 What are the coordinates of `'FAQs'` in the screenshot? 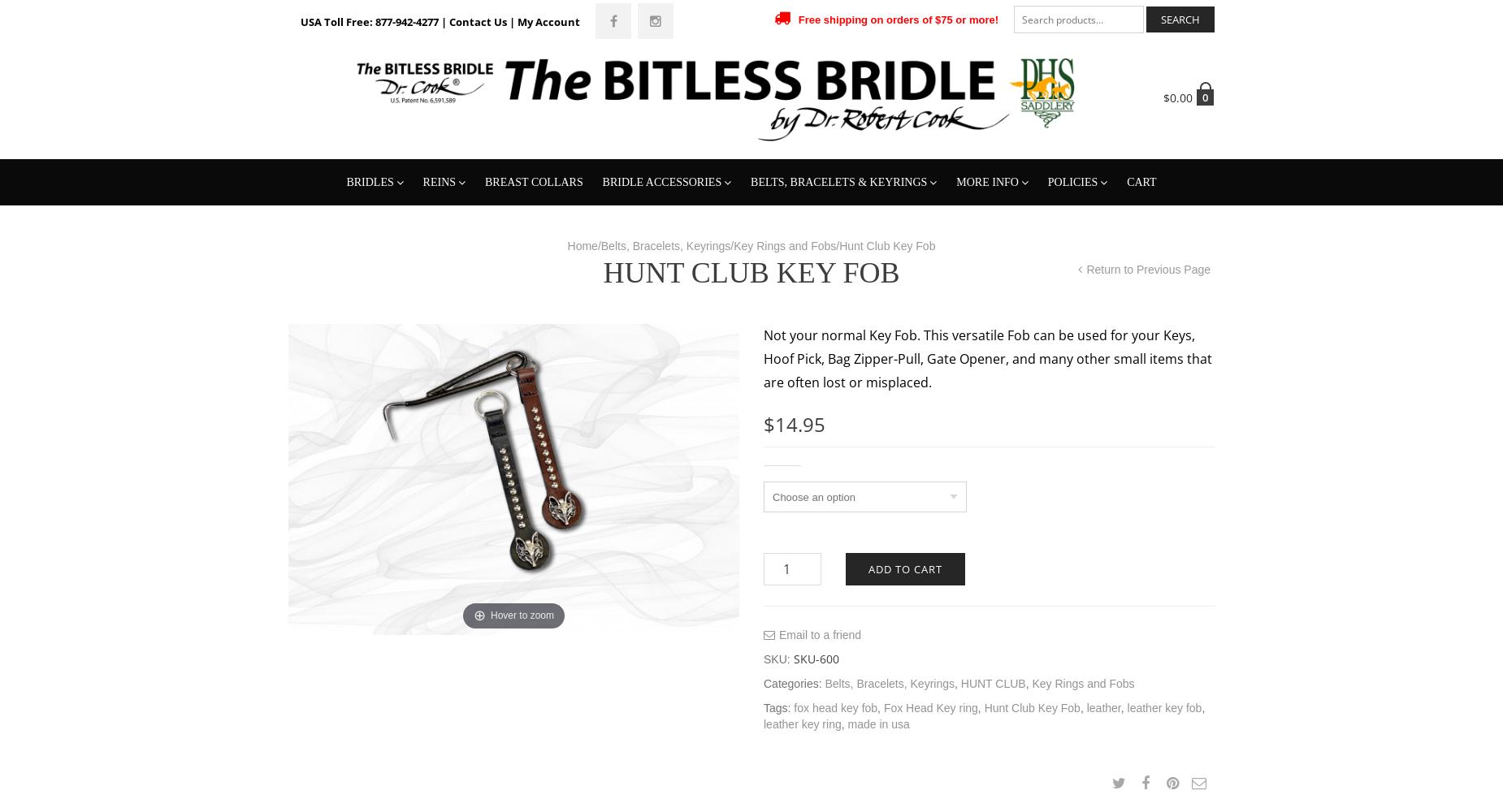 It's located at (977, 378).